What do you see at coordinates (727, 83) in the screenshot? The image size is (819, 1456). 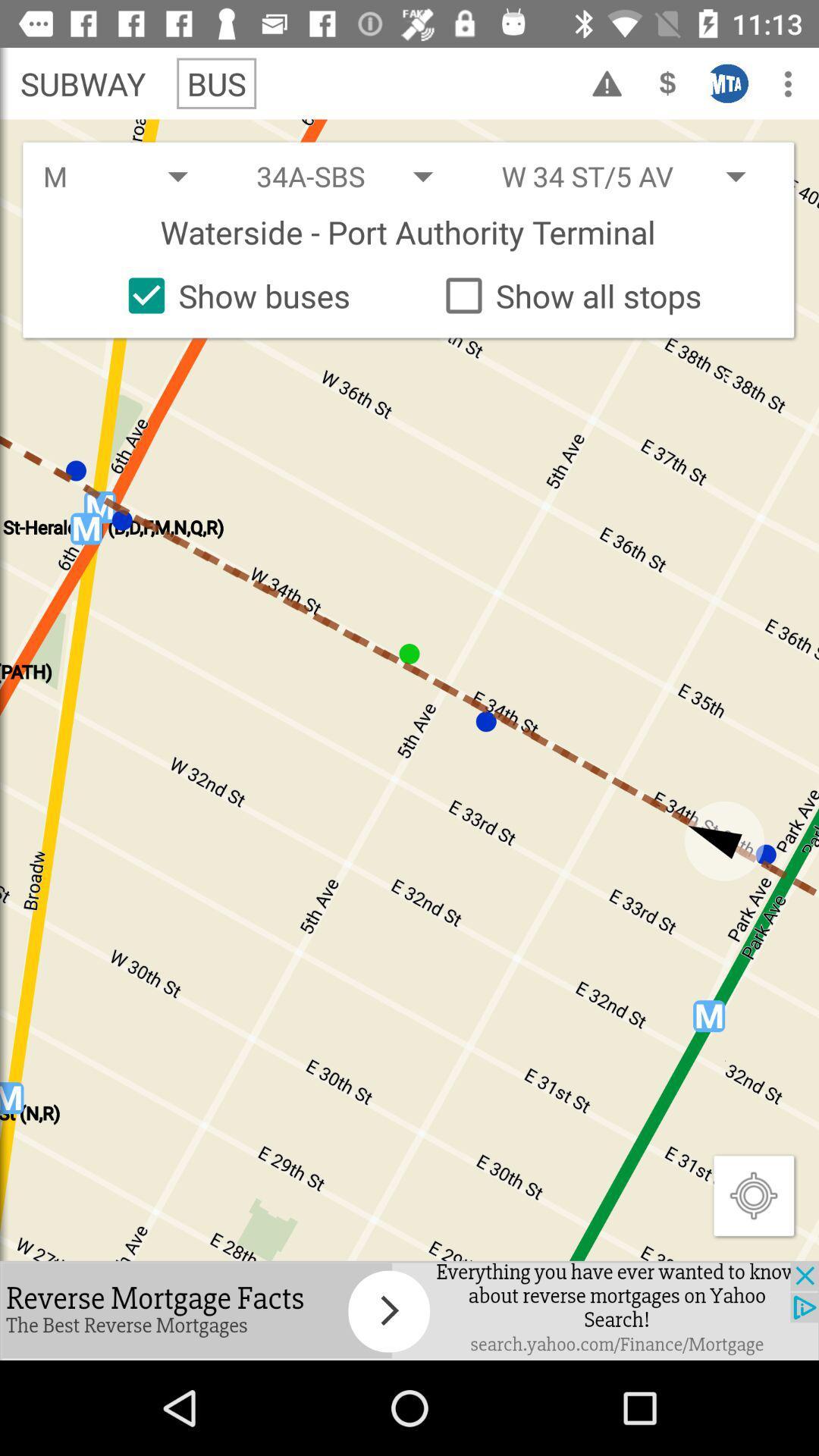 I see `the icon on right side of dollar icon` at bounding box center [727, 83].